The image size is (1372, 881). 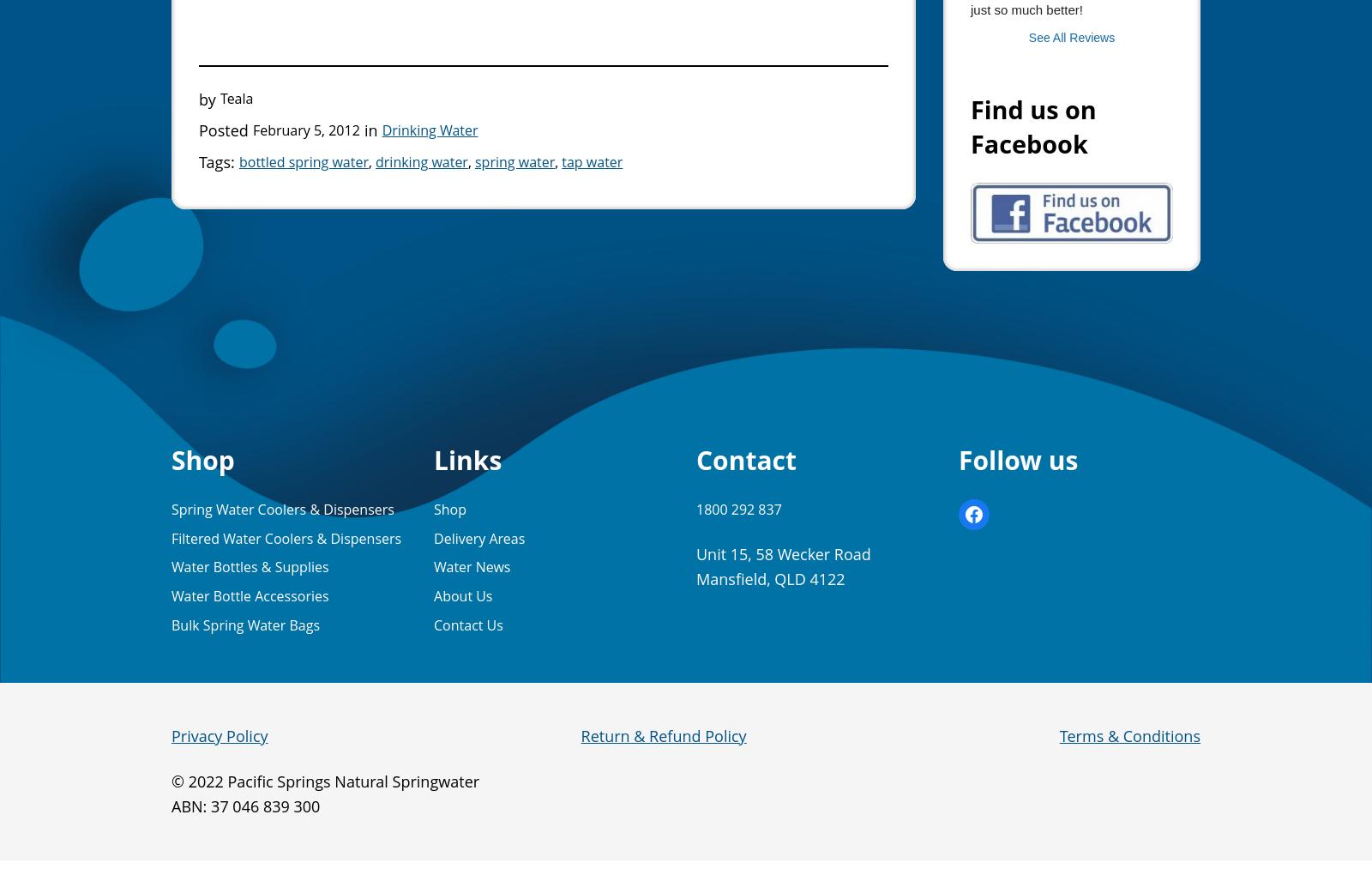 What do you see at coordinates (971, 126) in the screenshot?
I see `'Find us on Facebook'` at bounding box center [971, 126].